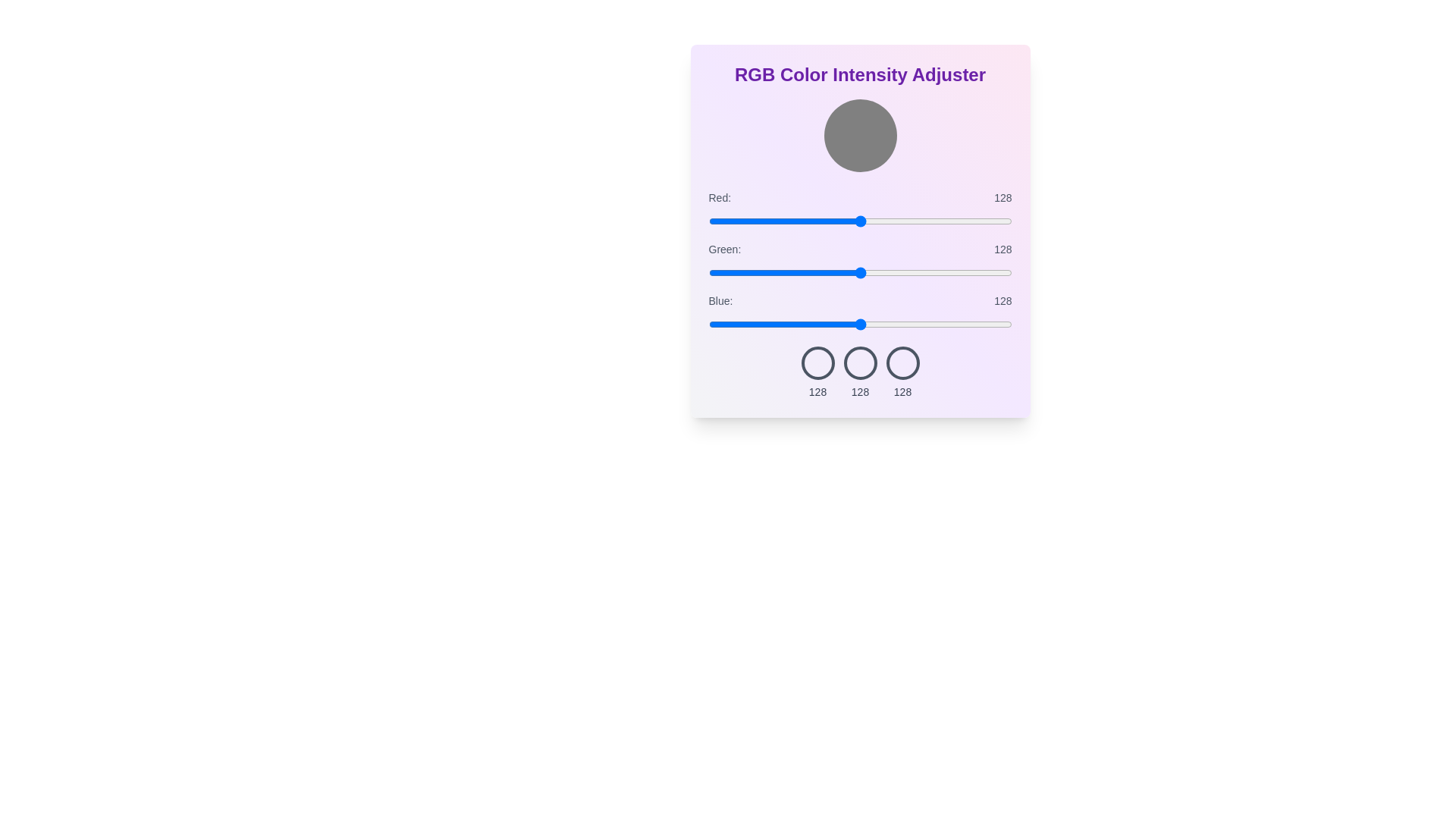  Describe the element at coordinates (968, 324) in the screenshot. I see `the blue slider to 219` at that location.